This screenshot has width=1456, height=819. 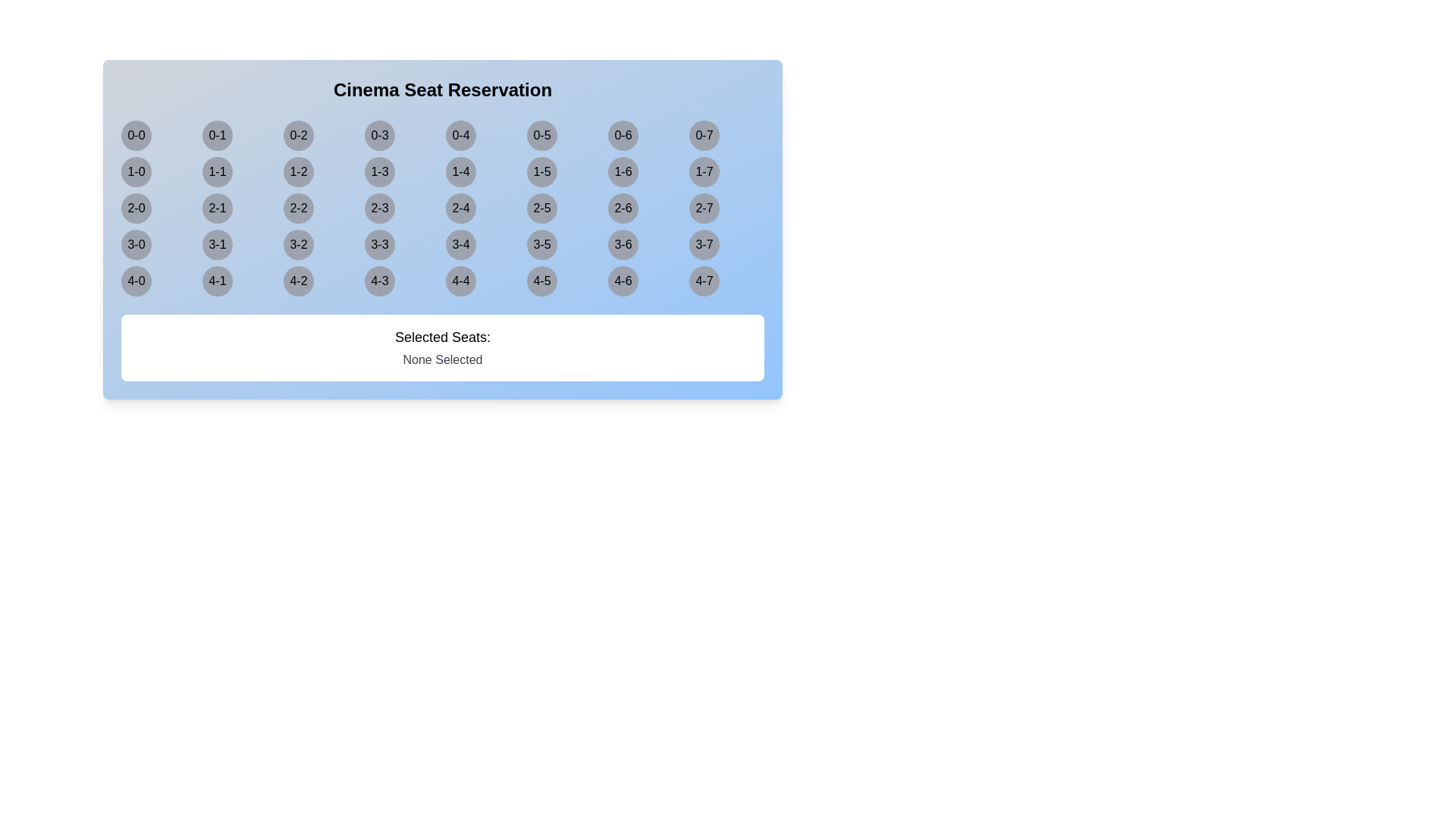 What do you see at coordinates (298, 281) in the screenshot?
I see `the circular button labeled '4-2' with a gray background` at bounding box center [298, 281].